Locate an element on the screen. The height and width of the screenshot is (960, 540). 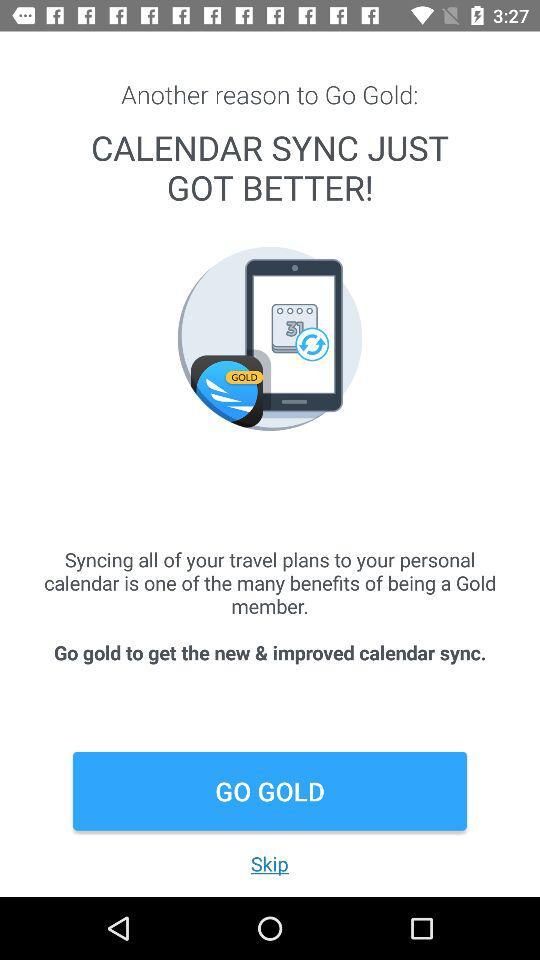
the skip icon is located at coordinates (269, 862).